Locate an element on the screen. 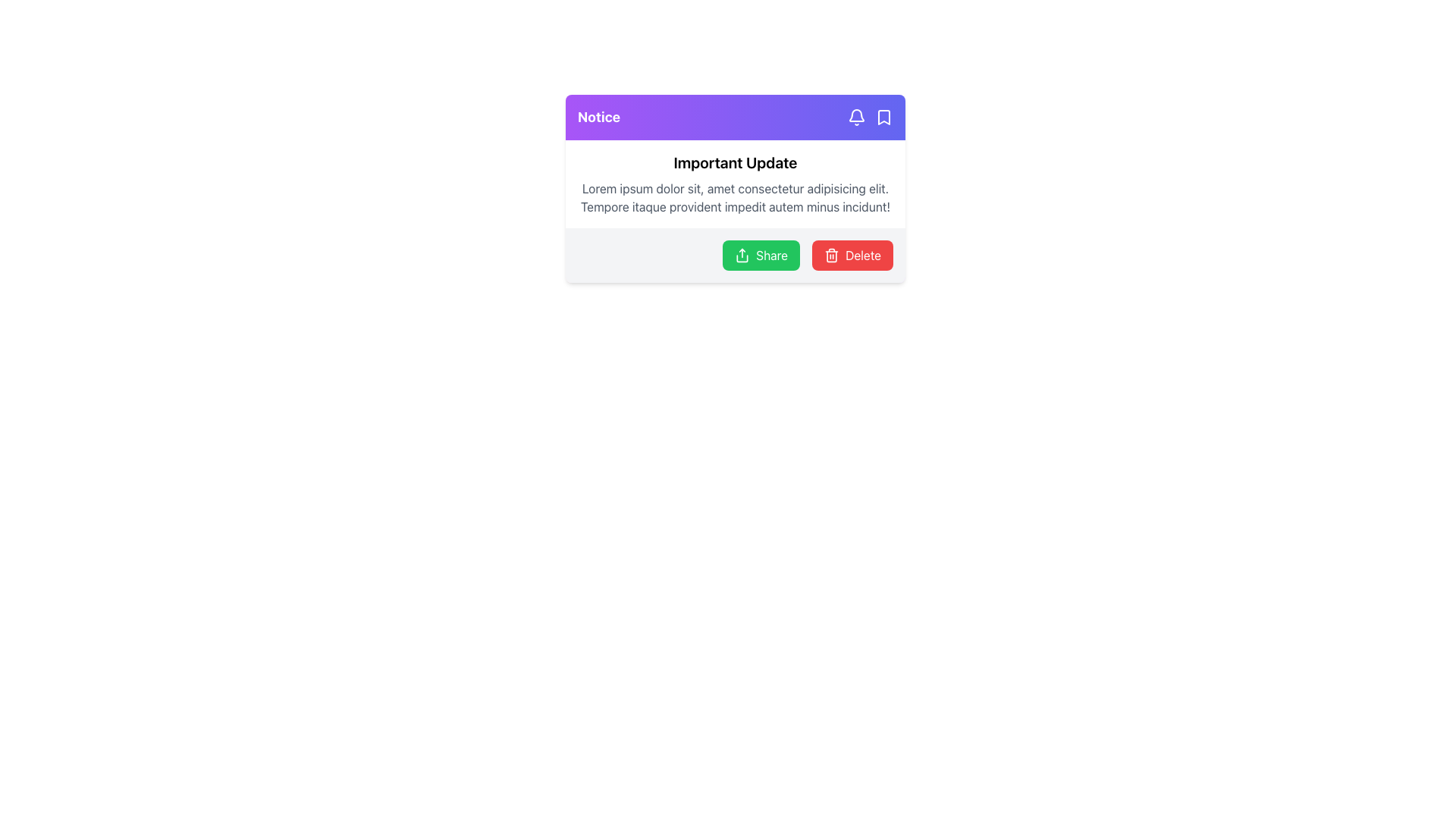 The height and width of the screenshot is (819, 1456). the text component displaying the title 'Important Update', which is prominently featured in bold and larger font style, located above the paragraph text and below the purple title bar labeled 'Notice' is located at coordinates (735, 163).